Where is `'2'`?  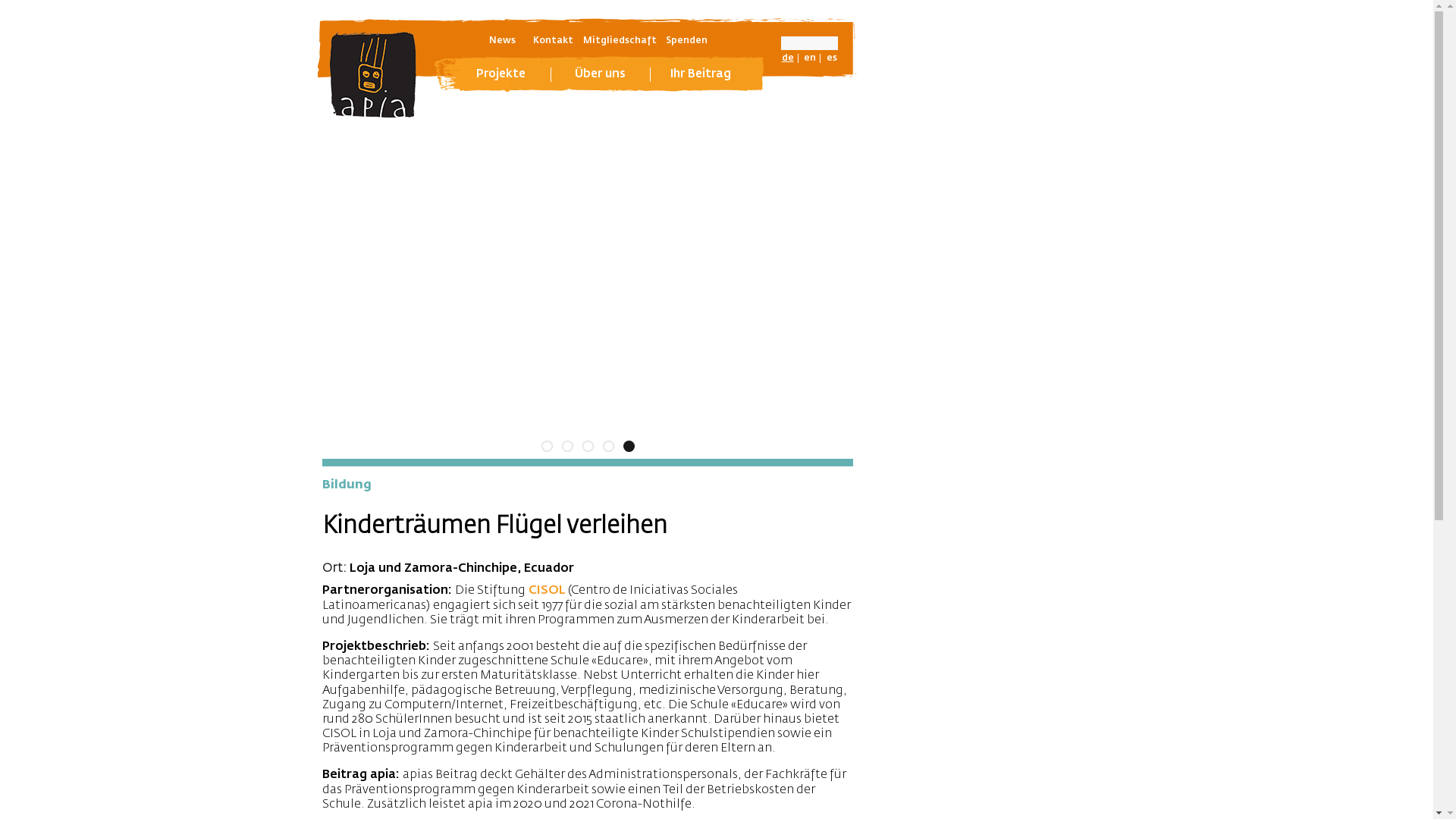 '2' is located at coordinates (566, 445).